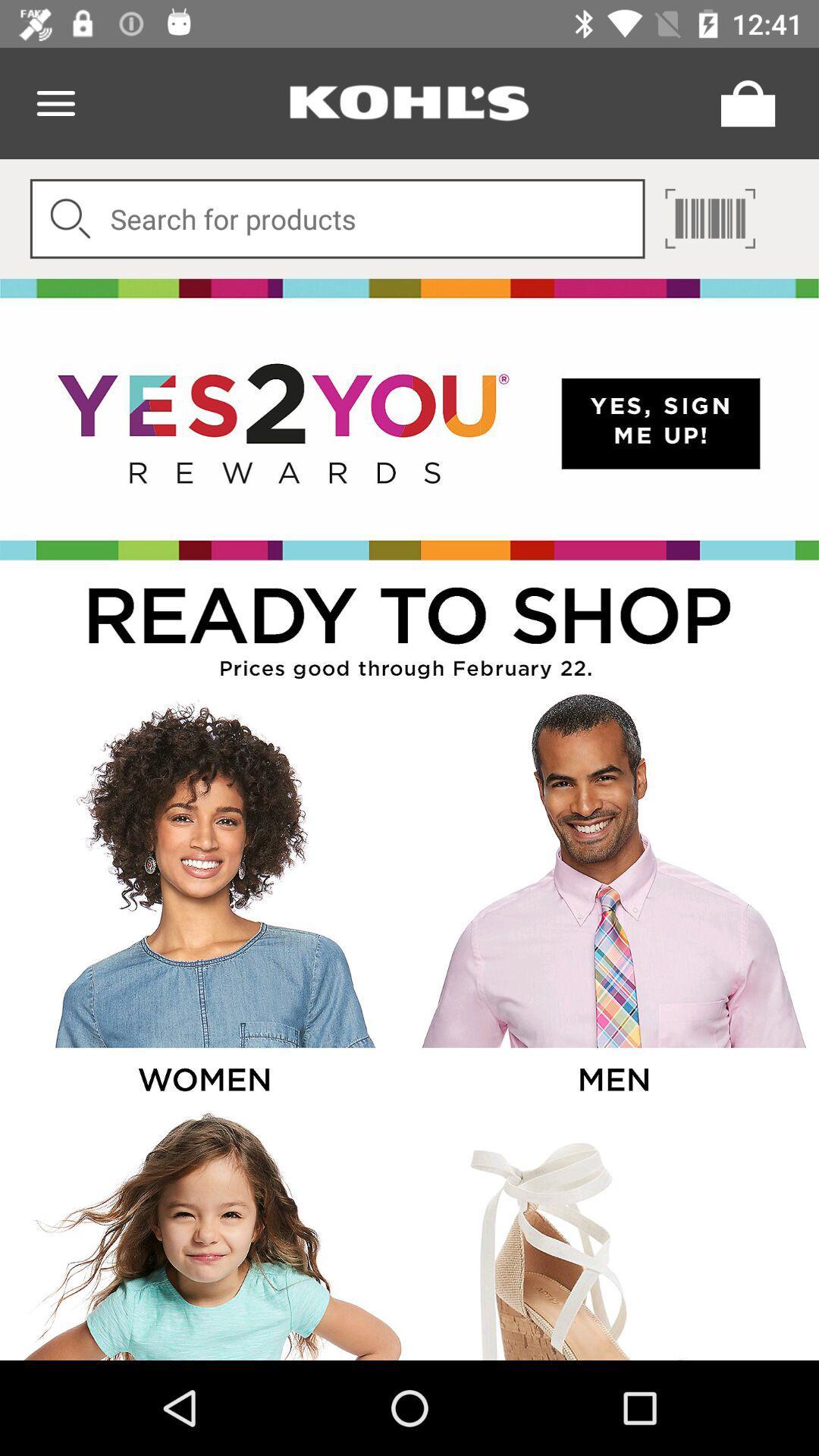 The height and width of the screenshot is (1456, 819). What do you see at coordinates (710, 218) in the screenshot?
I see `search through scanner` at bounding box center [710, 218].